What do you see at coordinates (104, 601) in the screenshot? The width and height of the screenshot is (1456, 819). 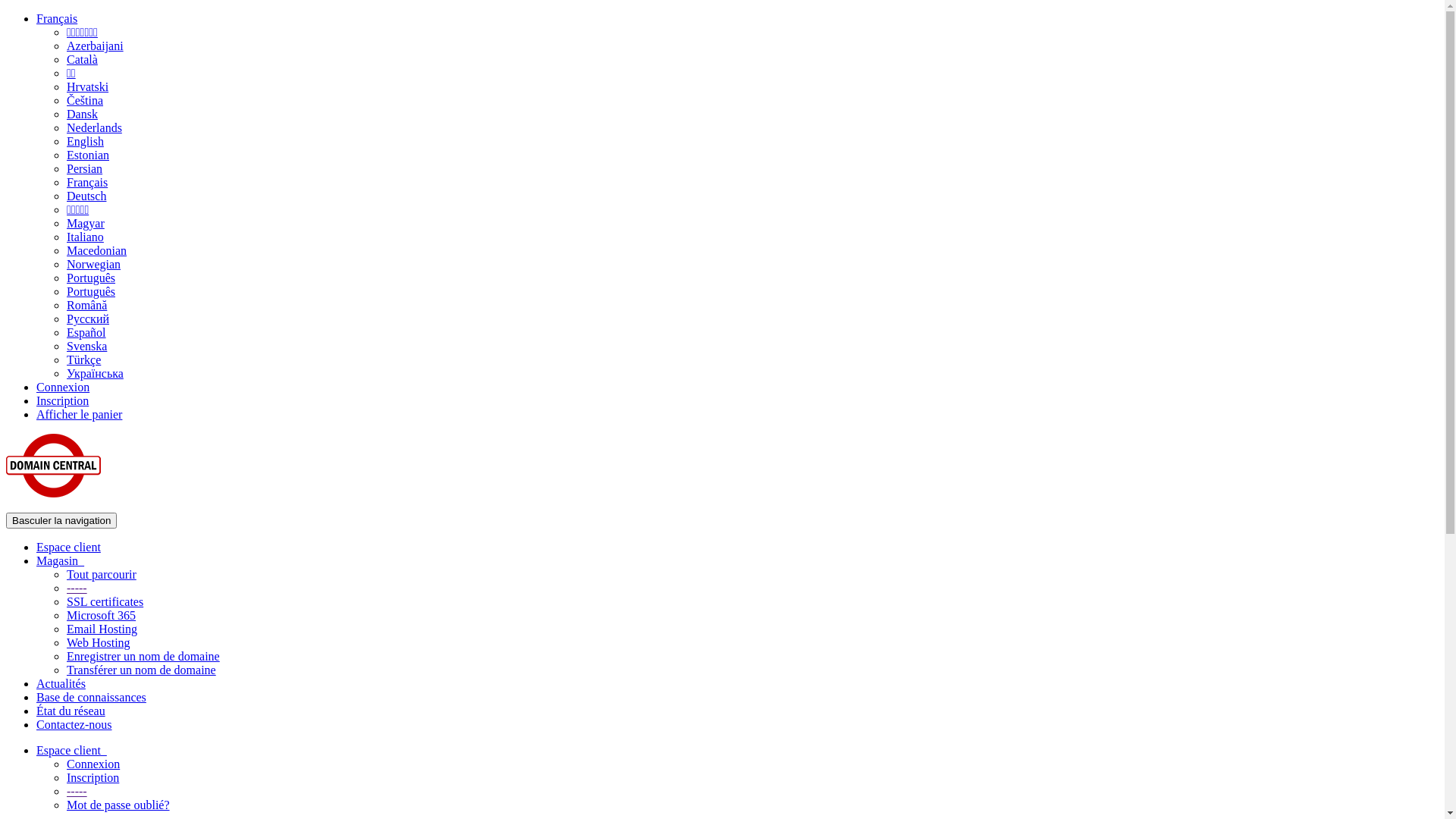 I see `'SSL certificates'` at bounding box center [104, 601].